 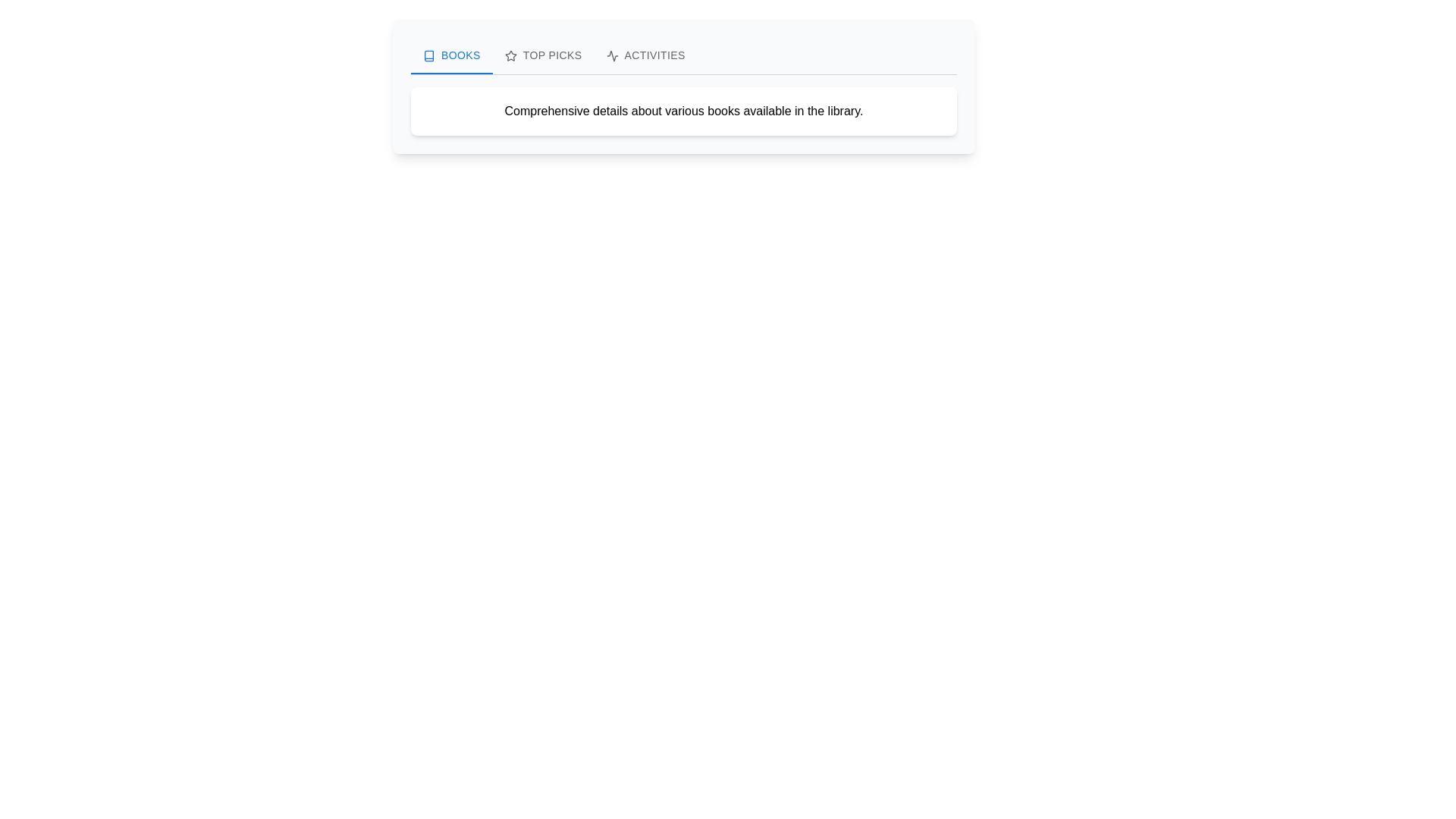 I want to click on the activity waveform icon located to the left of the 'Activities' label in the third navigation option of the top menu, so click(x=612, y=55).